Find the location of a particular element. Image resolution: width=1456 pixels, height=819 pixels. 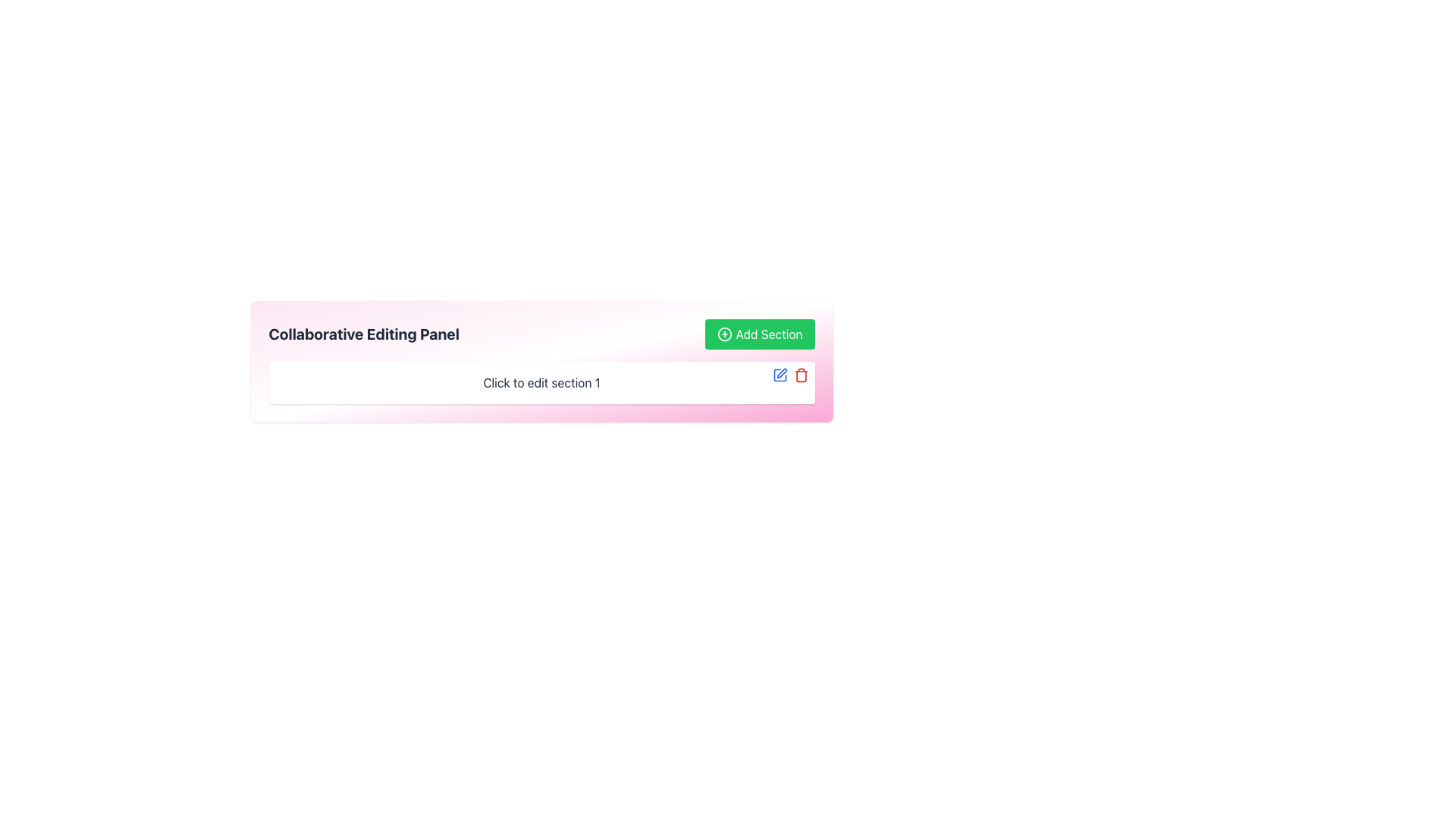

the trash icon with a red stroke color, located to the right of the blue pen icon is located at coordinates (800, 375).